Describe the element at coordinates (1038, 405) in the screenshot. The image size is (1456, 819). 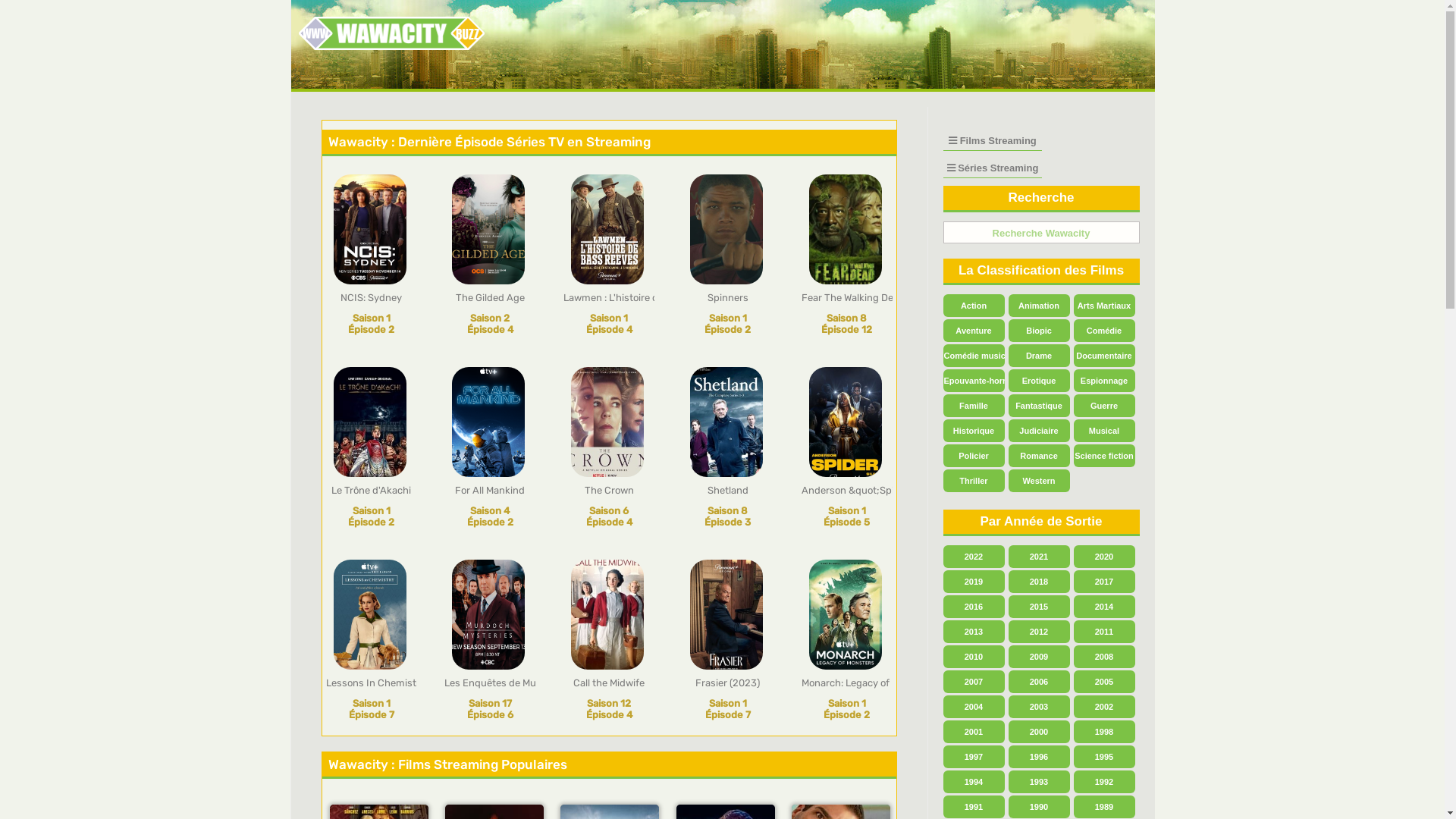
I see `'Fantastique'` at that location.